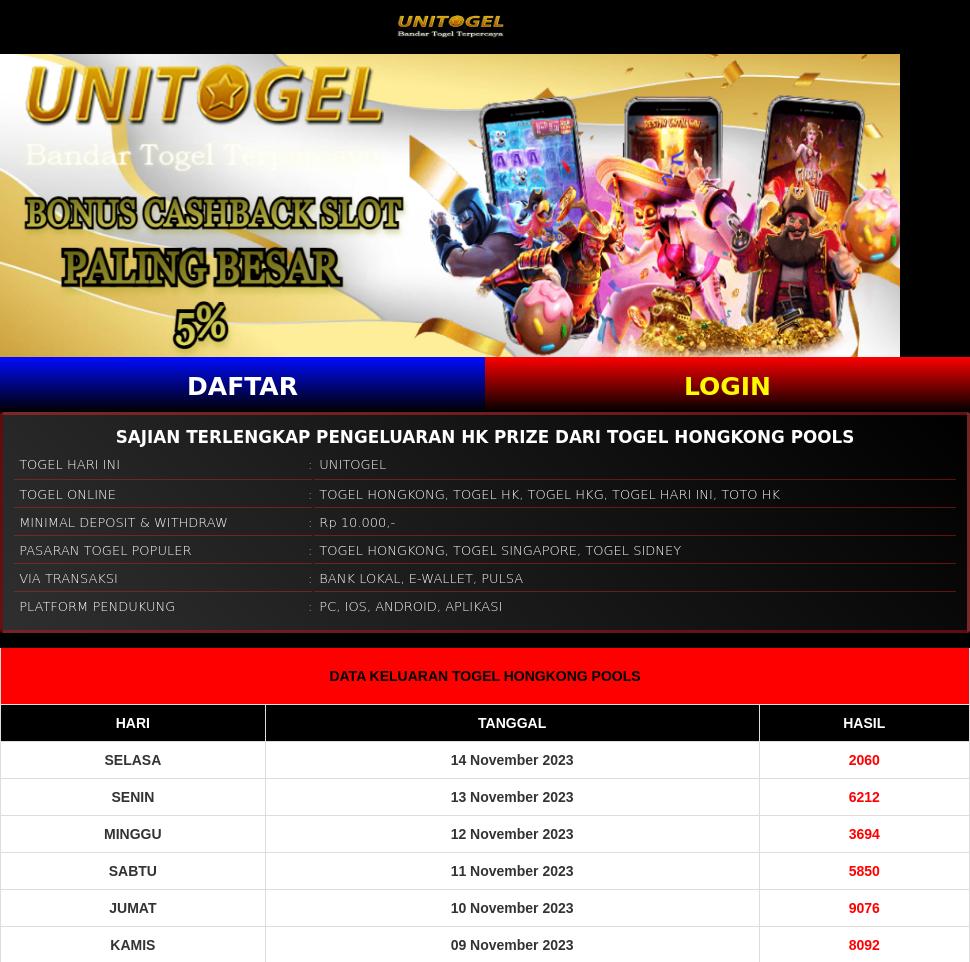  Describe the element at coordinates (420, 577) in the screenshot. I see `'BANK LOKAL, E-WALLET, PULSA'` at that location.